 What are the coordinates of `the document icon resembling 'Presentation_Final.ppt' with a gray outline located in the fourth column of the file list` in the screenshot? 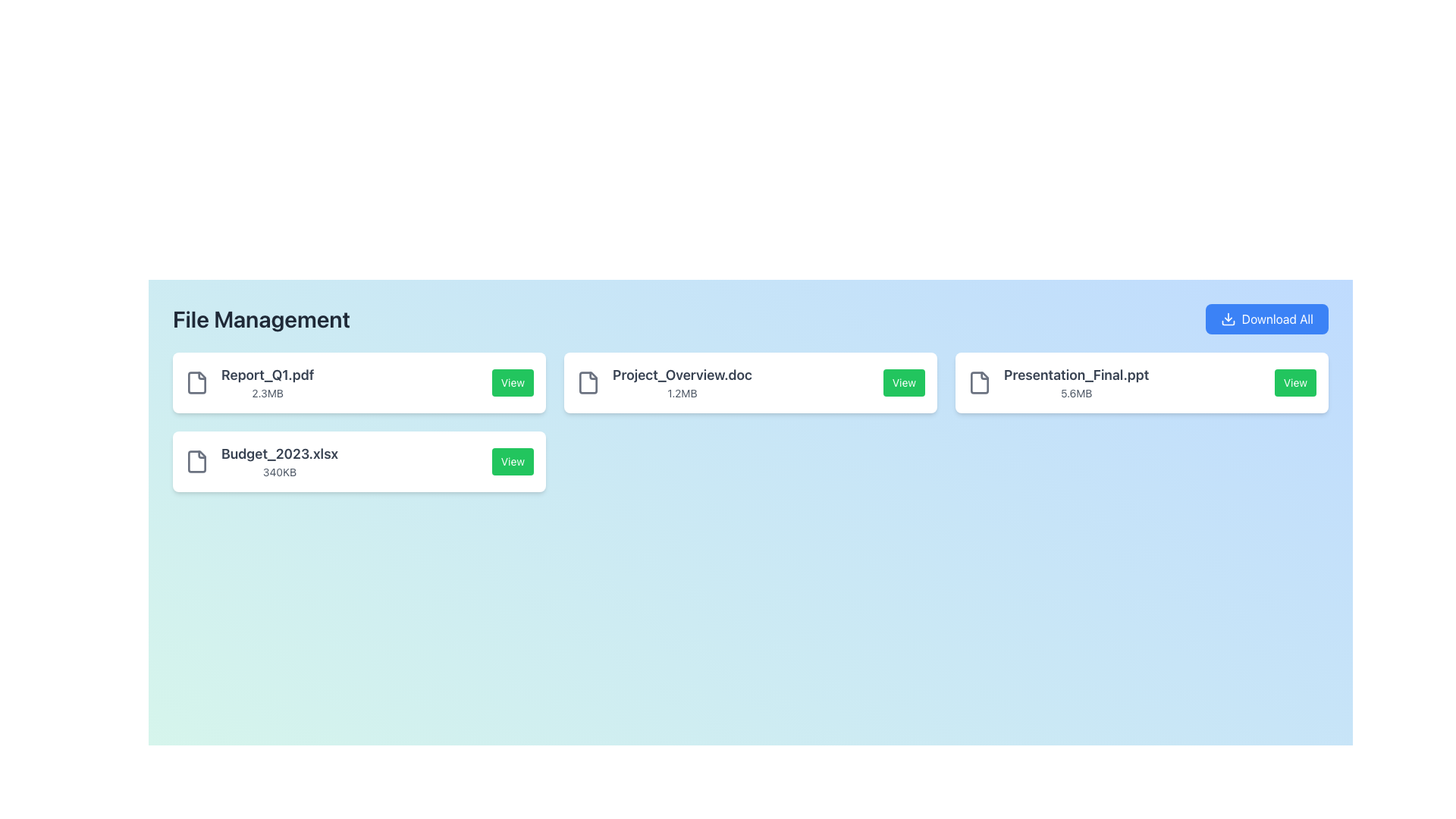 It's located at (979, 382).